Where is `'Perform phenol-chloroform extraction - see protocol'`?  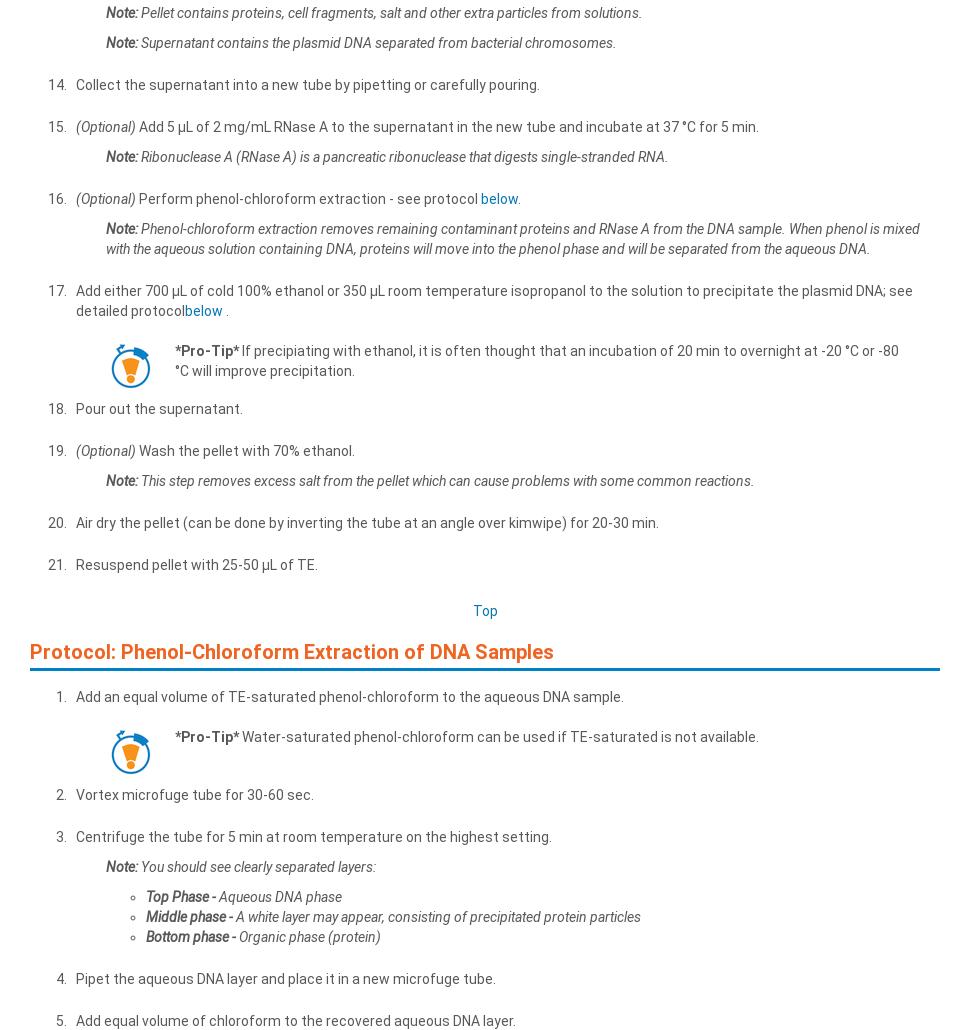
'Perform phenol-chloroform extraction - see protocol' is located at coordinates (308, 197).